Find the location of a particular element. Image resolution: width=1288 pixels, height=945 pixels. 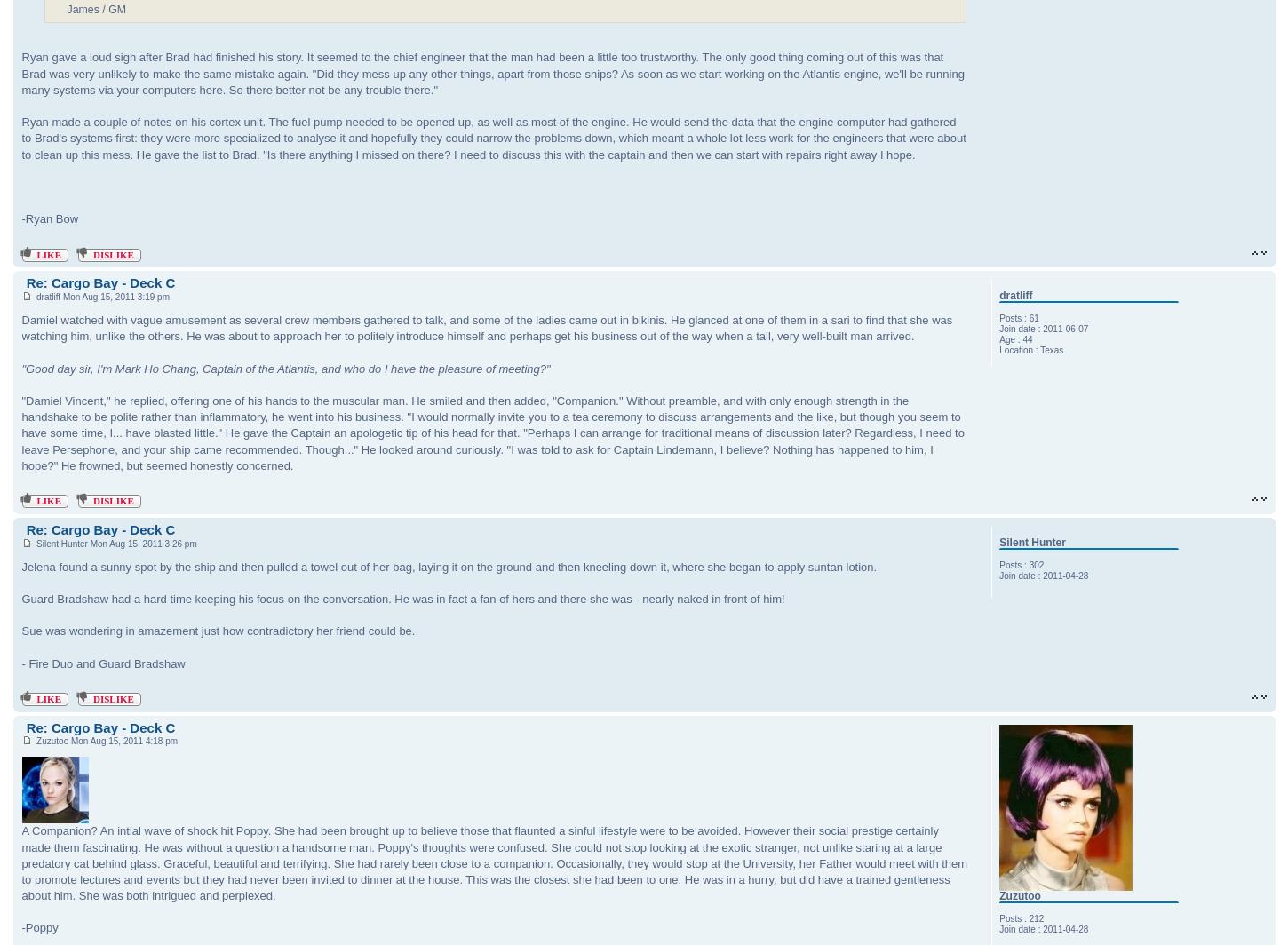

'A Companion? An intial wave of shock hit Poppy. She had been brought up to believe those that flaunted a sinful lifestyle were to be avoided. However their social prestige certainly made them fascinating. He was without a question a handsome man. Poppy's thoughts were confused. She could not stop looking at the exotic stranger, not unlike staring at a large predatory cat behind glass. Graceful, beautiful and terrifying. She had rarely been close to a companion. Occasionally, they would stop at the University, her Father would meet with them to promote lectures and events but they had never been invited to dinner at the house. This was the closest she had been to one. He was in a hurry, but did have a trained gentleness about him. She was both intrigued and perplexed.' is located at coordinates (494, 862).